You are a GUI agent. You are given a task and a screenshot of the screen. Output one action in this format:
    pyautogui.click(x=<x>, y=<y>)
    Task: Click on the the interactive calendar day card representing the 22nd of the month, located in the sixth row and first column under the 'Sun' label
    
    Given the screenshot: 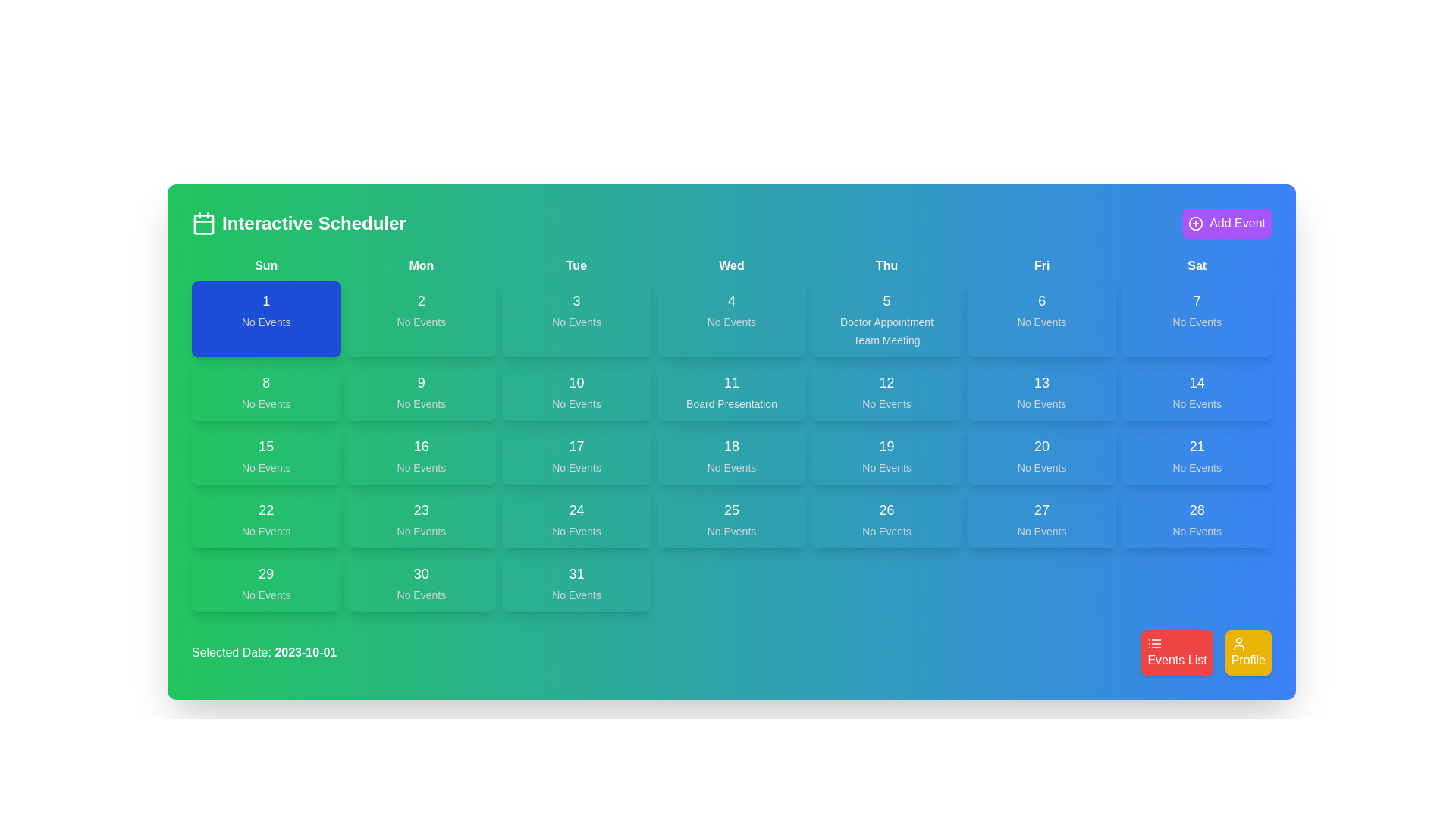 What is the action you would take?
    pyautogui.click(x=266, y=519)
    